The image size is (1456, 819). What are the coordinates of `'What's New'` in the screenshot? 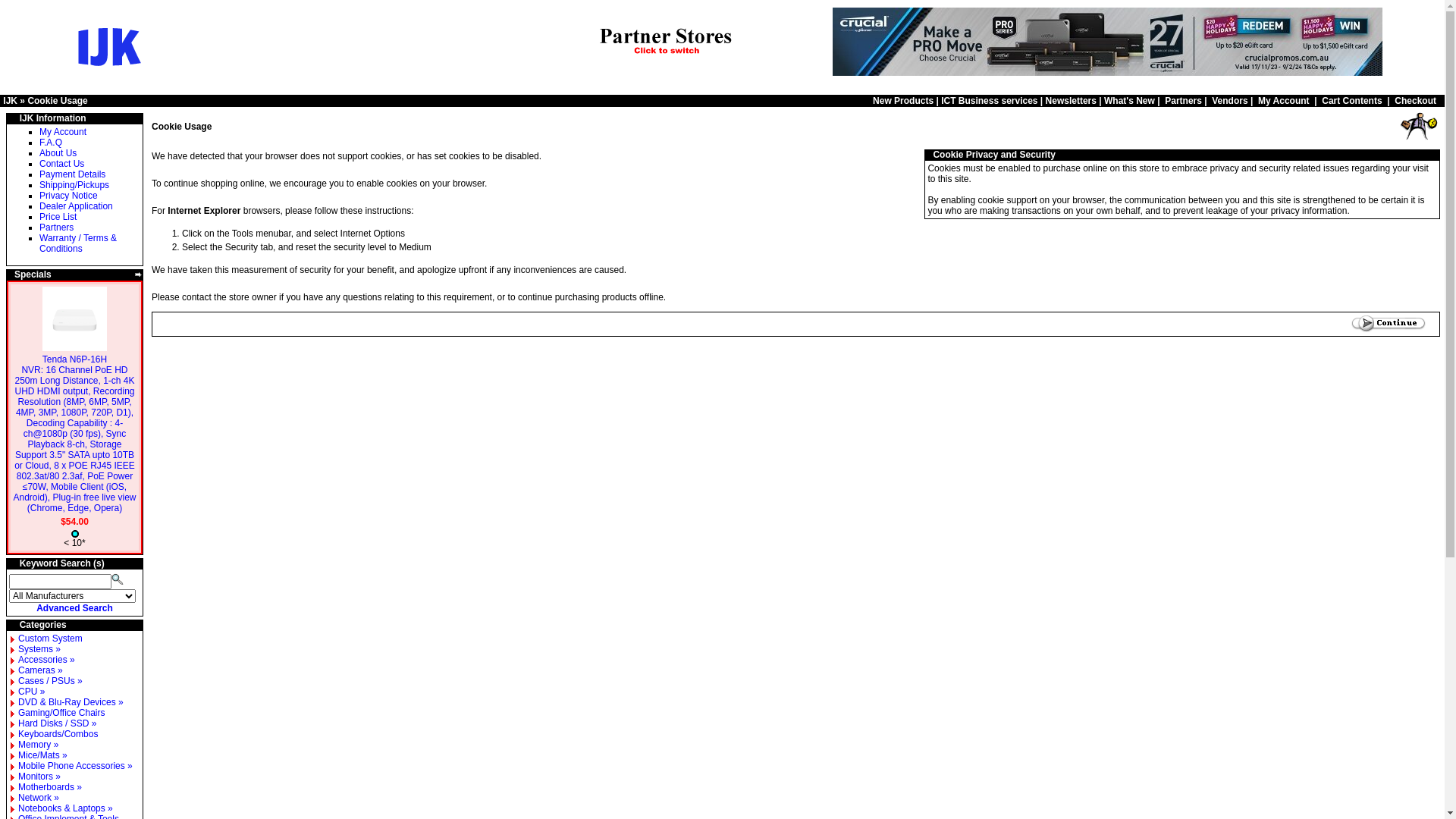 It's located at (1129, 100).